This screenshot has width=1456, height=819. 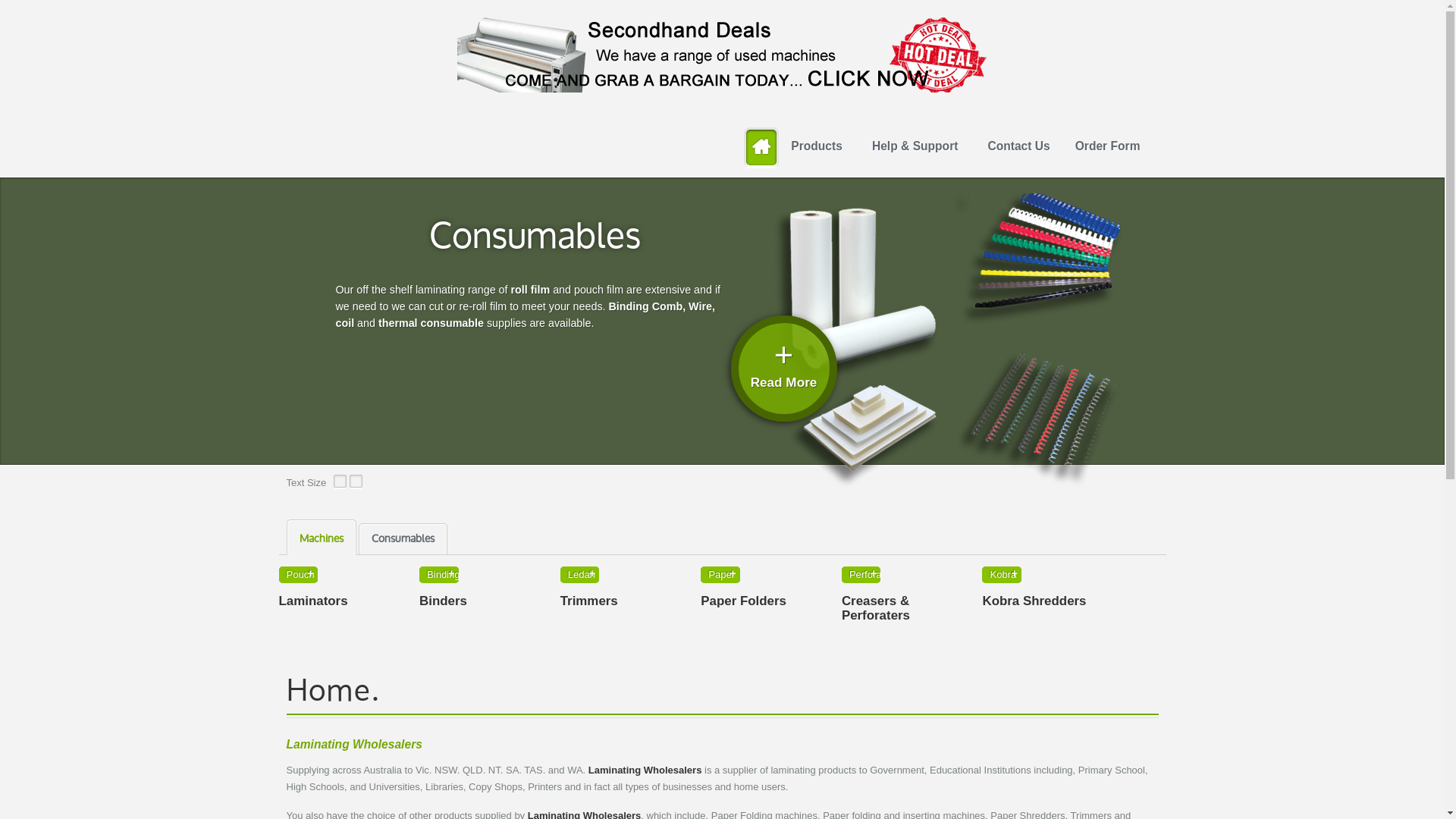 I want to click on 'Royal Sovereign and Ledah Trimmers, so click(x=560, y=574).